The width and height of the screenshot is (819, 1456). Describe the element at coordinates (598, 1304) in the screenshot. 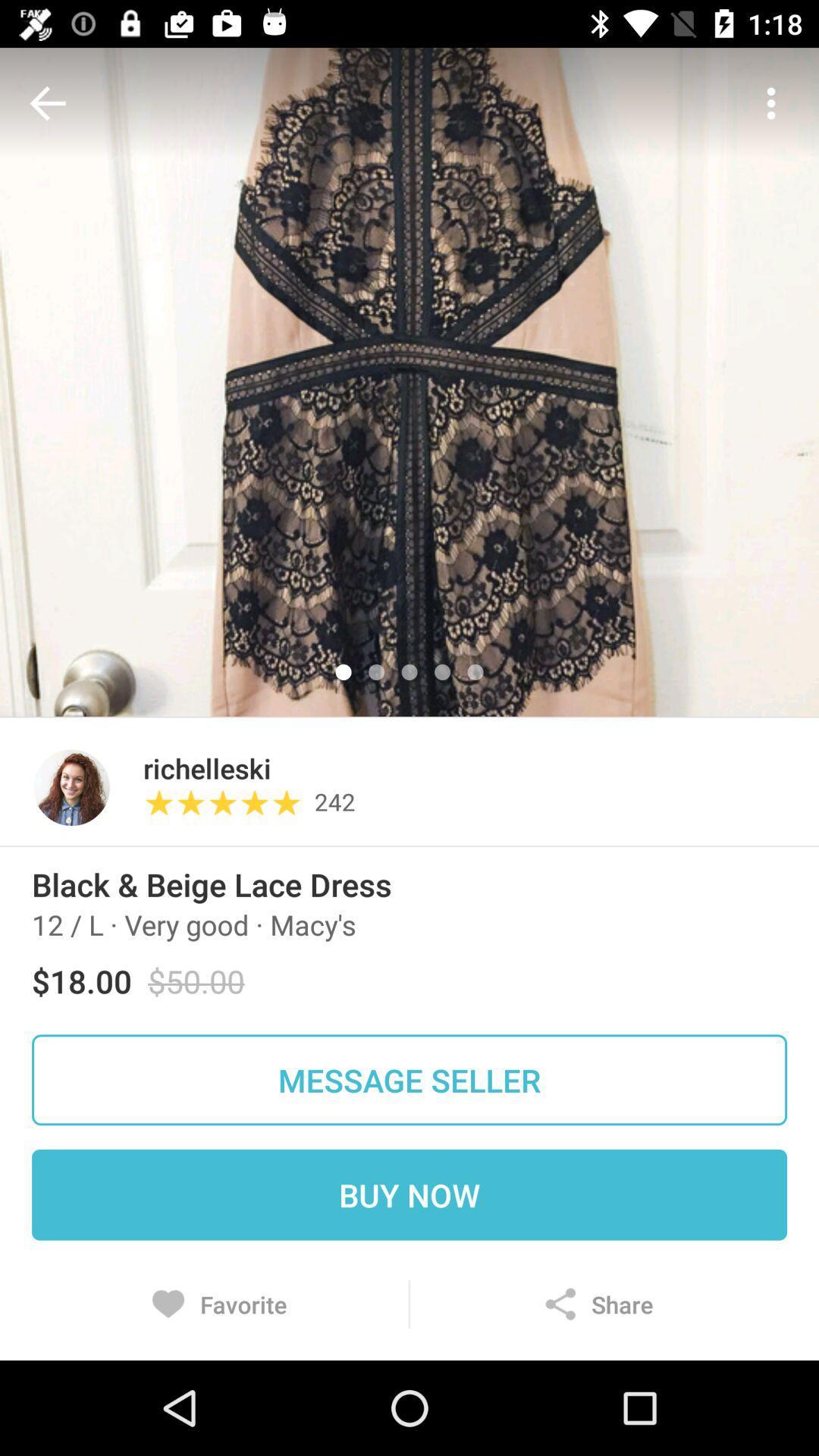

I see `the icon at the bottom right corner` at that location.